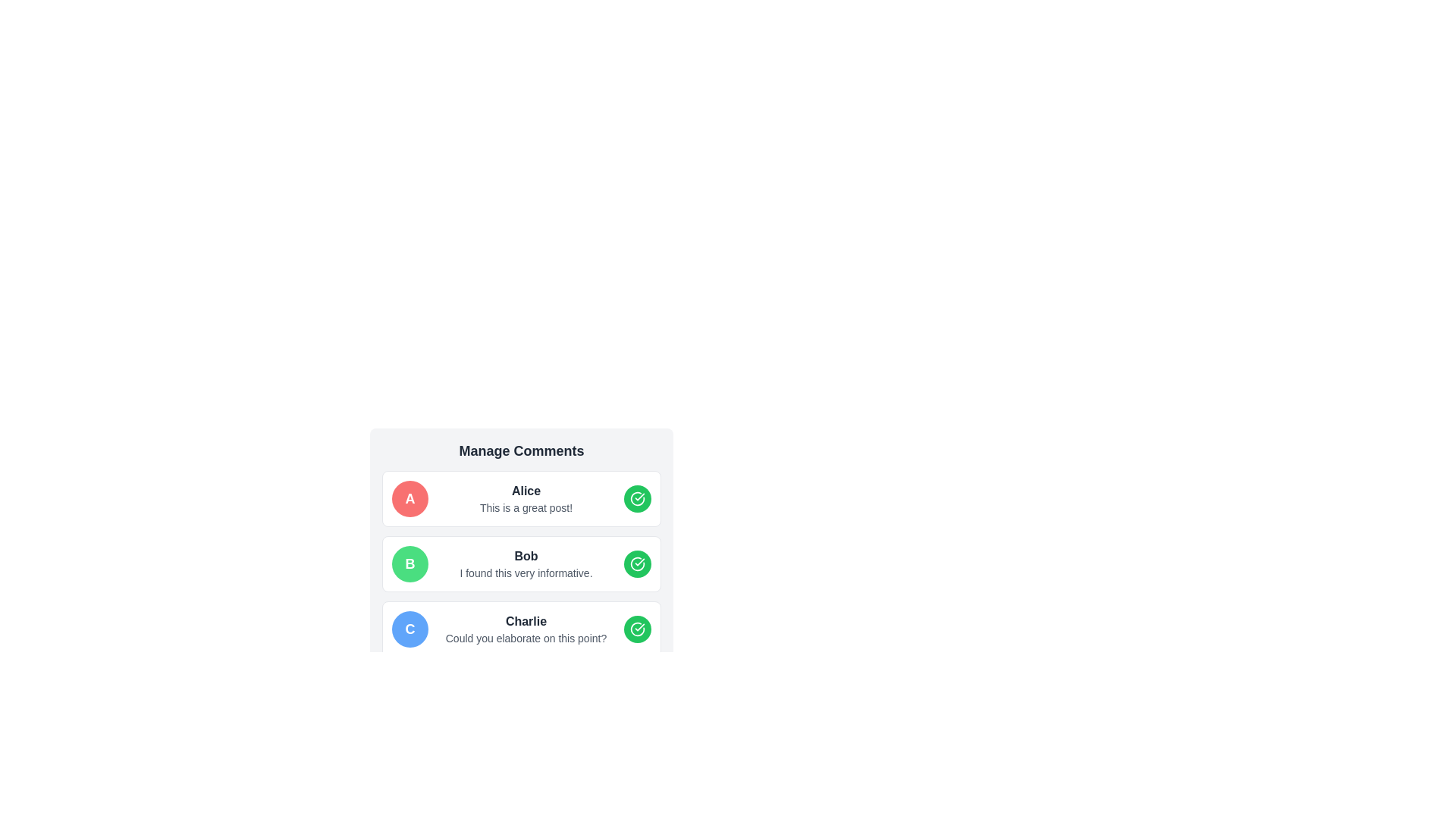  What do you see at coordinates (526, 499) in the screenshot?
I see `comment content displayed below the username 'Alice' in the topmost comment box, which says 'This is a great post!'` at bounding box center [526, 499].